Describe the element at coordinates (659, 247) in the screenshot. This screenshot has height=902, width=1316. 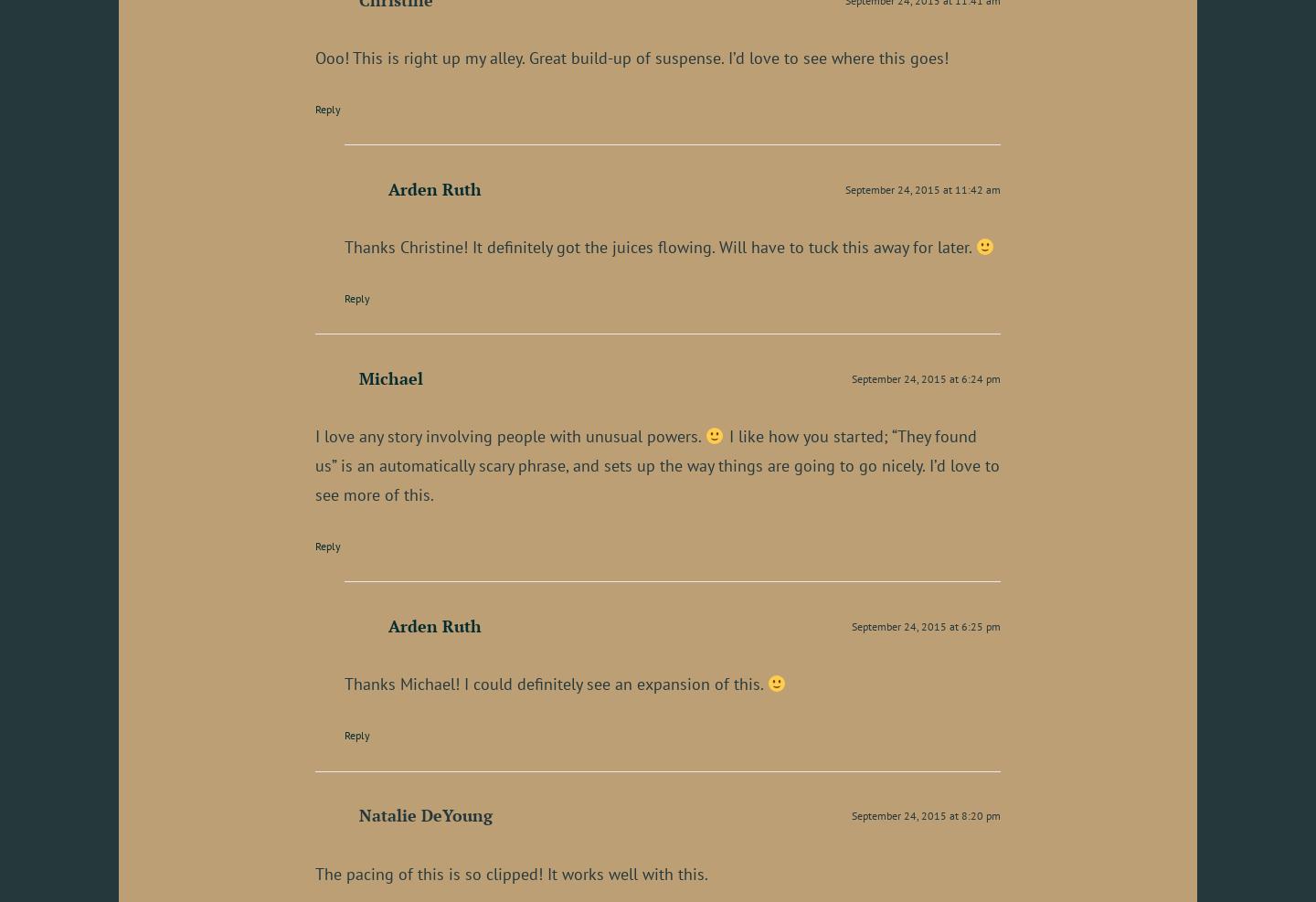
I see `'Thanks Christine! It definitely got the juices flowing. Will have to tuck this away for later.'` at that location.